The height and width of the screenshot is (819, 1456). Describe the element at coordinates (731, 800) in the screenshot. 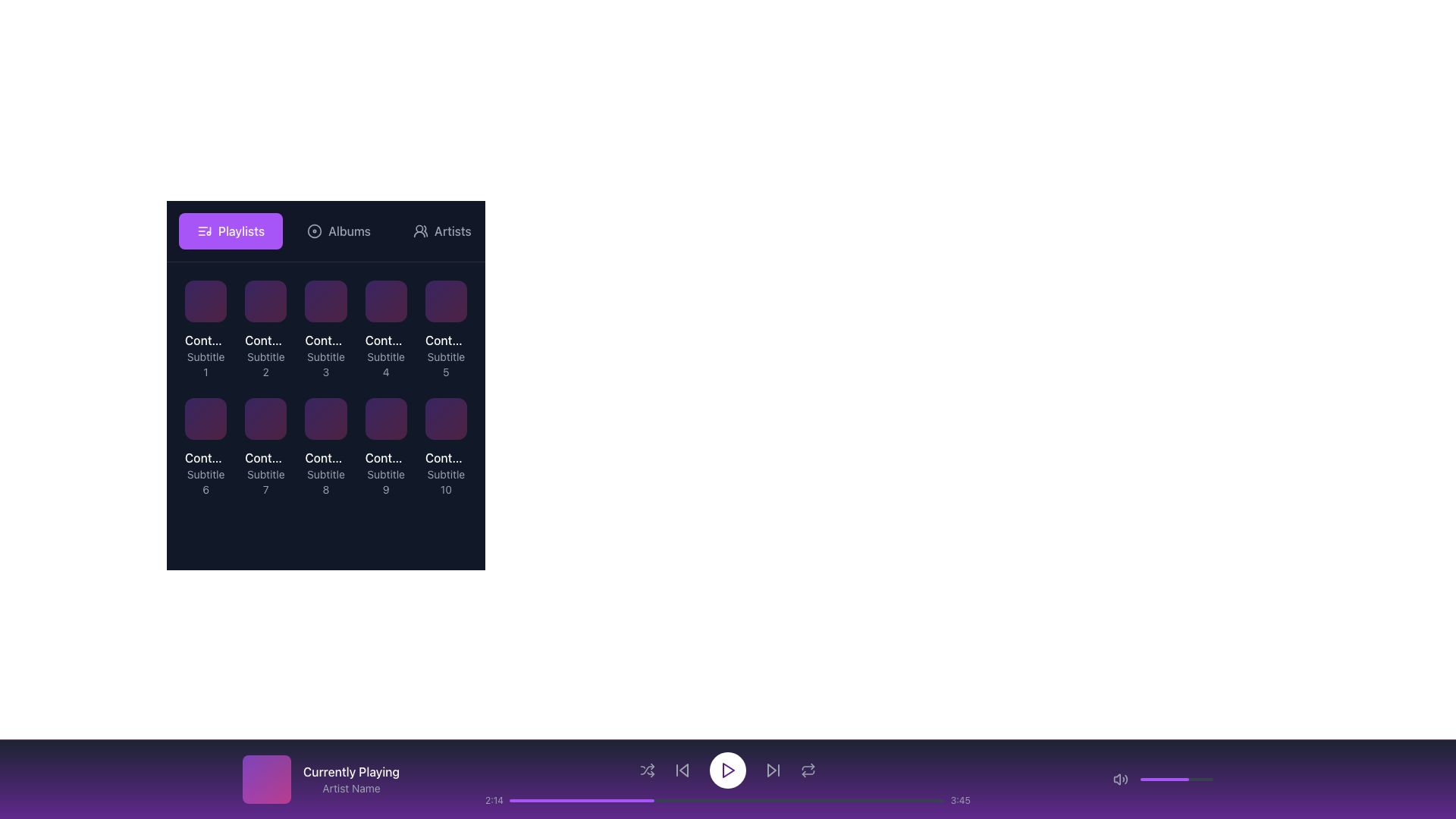

I see `progress` at that location.